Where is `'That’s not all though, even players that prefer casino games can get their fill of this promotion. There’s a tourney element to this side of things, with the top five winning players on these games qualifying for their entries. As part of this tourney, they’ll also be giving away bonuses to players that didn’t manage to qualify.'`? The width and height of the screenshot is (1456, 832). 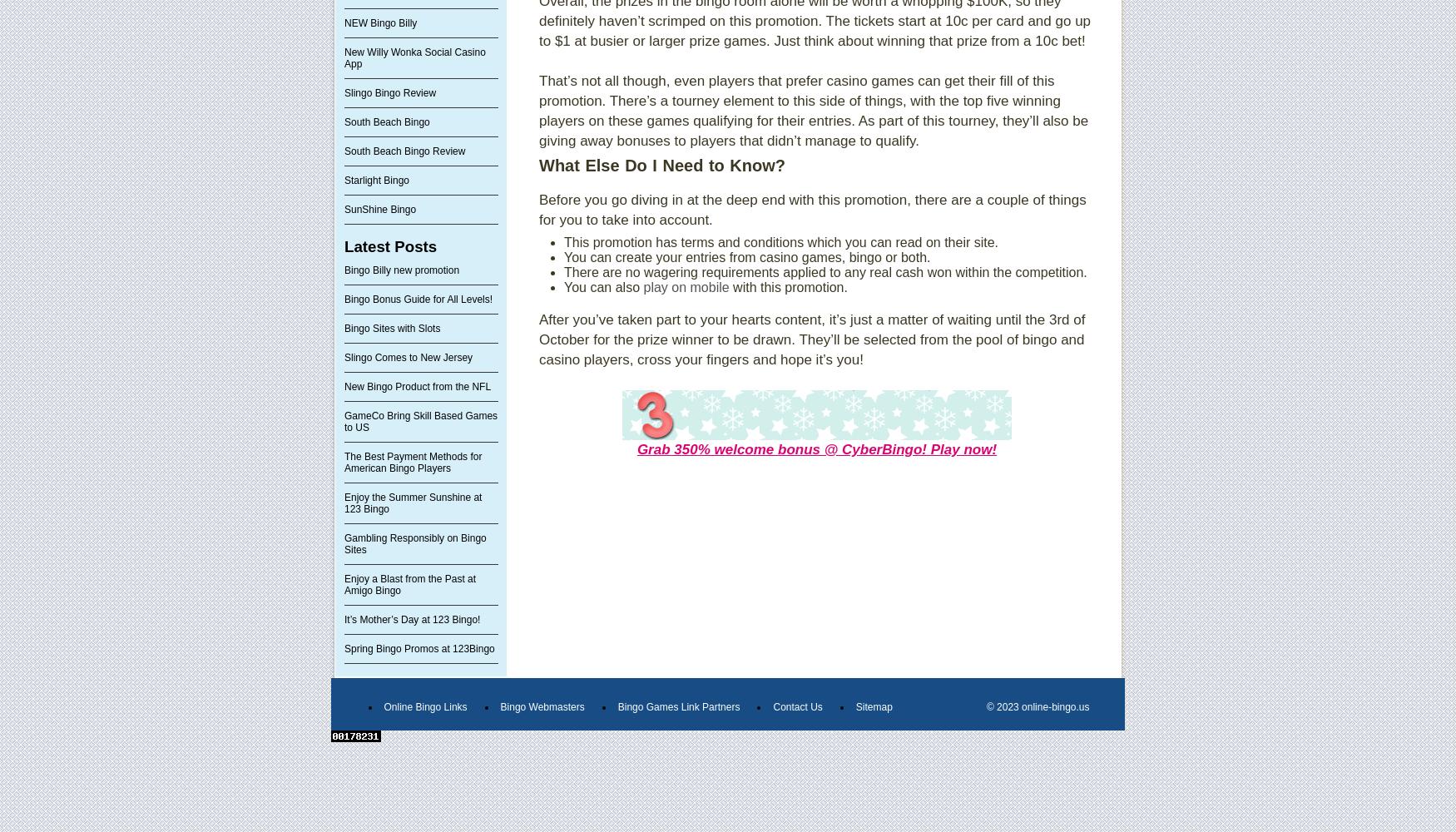 'That’s not all though, even players that prefer casino games can get their fill of this promotion. There’s a tourney element to this side of things, with the top five winning players on these games qualifying for their entries. As part of this tourney, they’ll also be giving away bonuses to players that didn’t manage to qualify.' is located at coordinates (814, 111).